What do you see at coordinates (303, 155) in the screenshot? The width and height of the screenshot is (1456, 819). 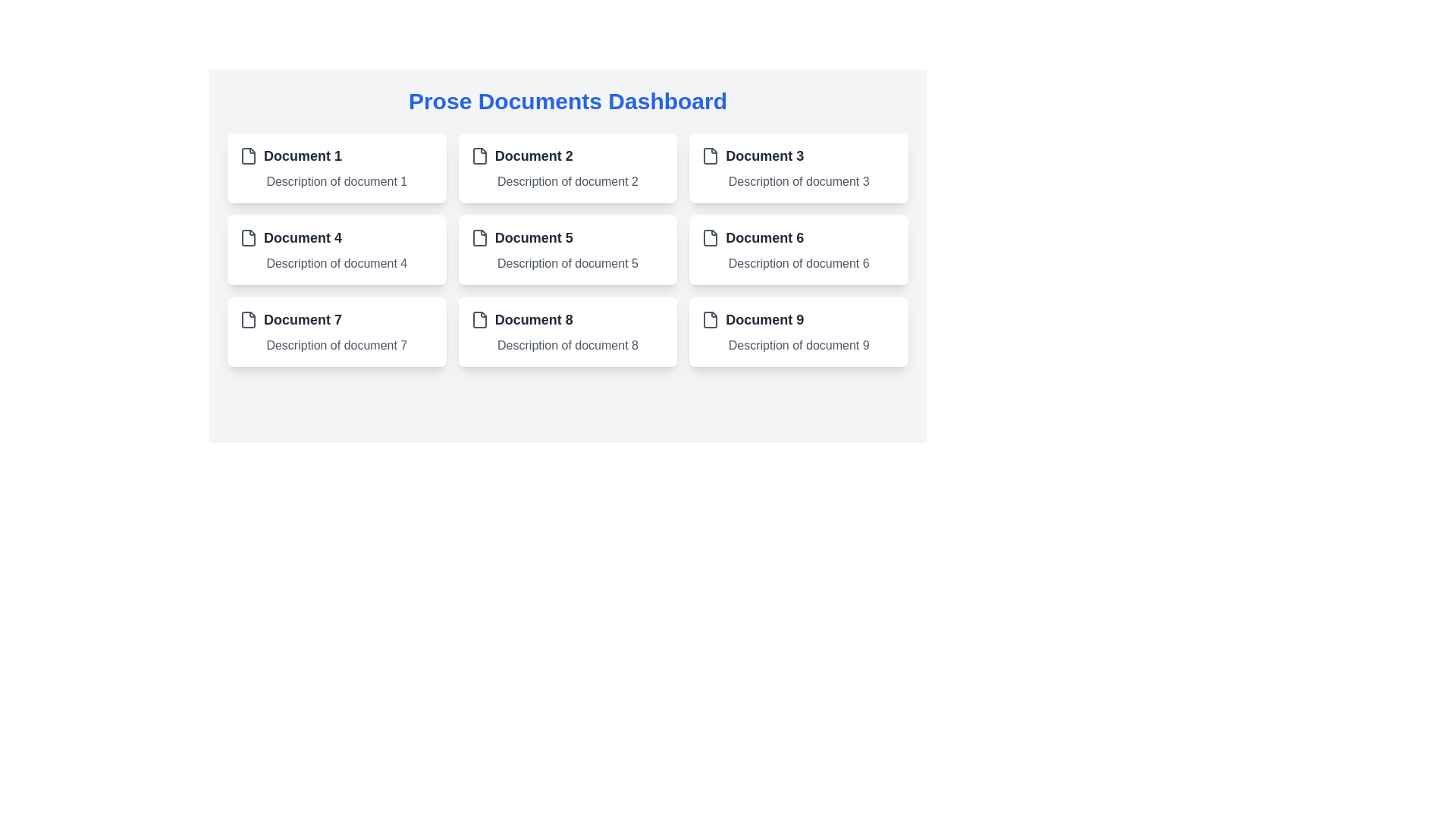 I see `title of the card labeled 'Document 1' located in the top left corner of the grid layout` at bounding box center [303, 155].